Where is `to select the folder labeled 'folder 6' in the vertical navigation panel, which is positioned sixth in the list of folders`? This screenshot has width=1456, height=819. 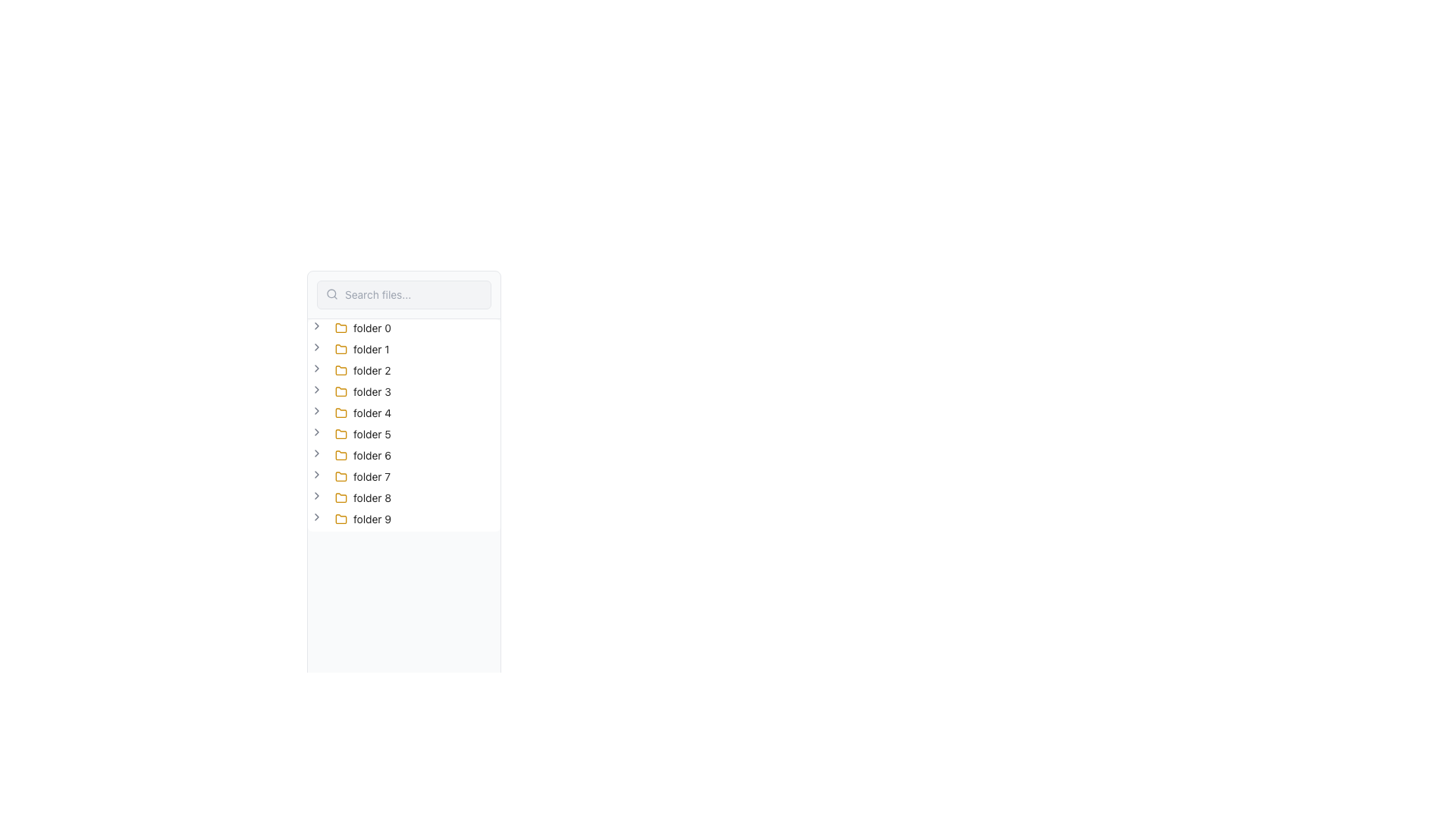
to select the folder labeled 'folder 6' in the vertical navigation panel, which is positioned sixth in the list of folders is located at coordinates (372, 455).